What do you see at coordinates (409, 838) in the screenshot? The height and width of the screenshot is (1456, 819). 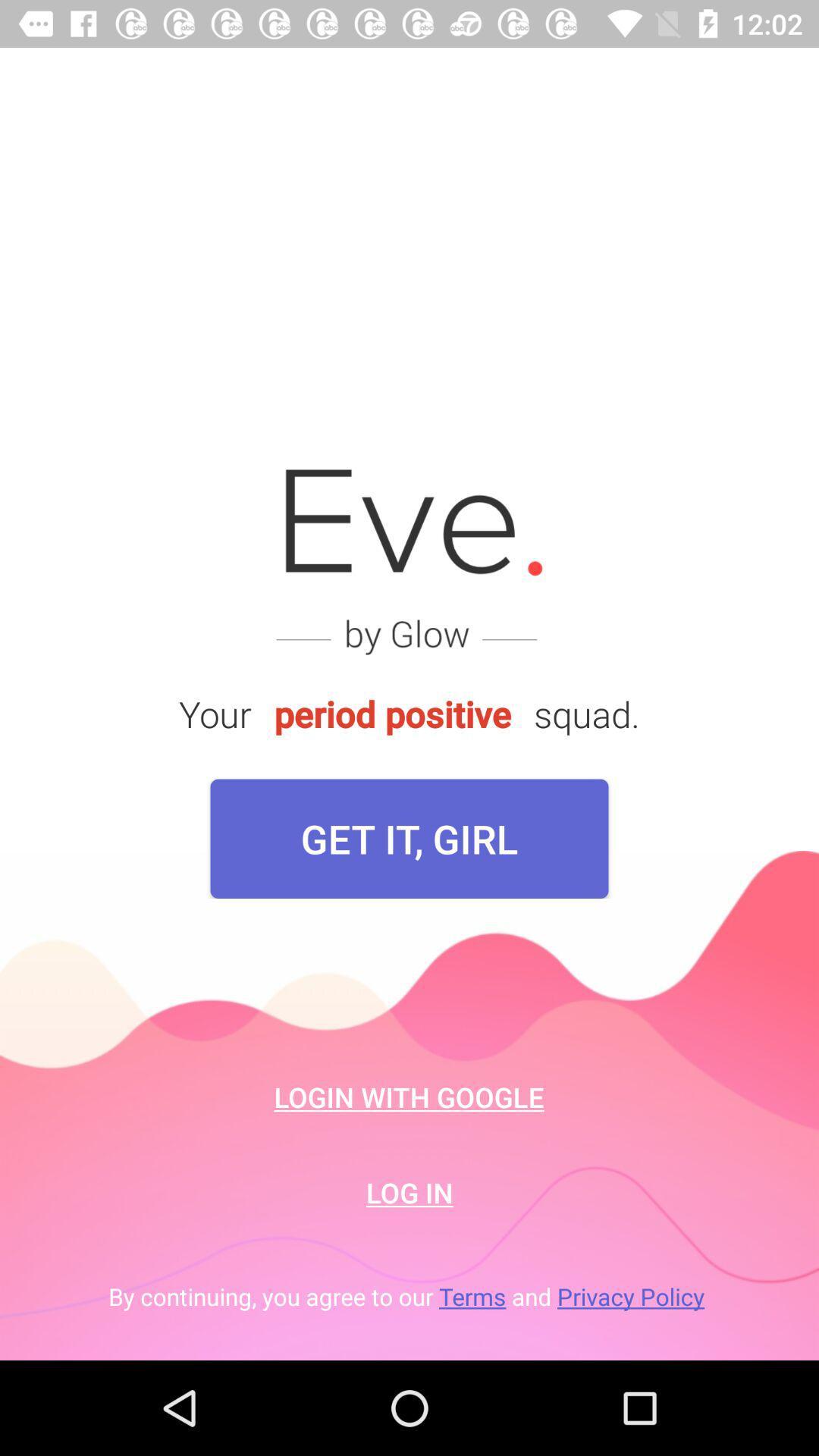 I see `the item below your item` at bounding box center [409, 838].